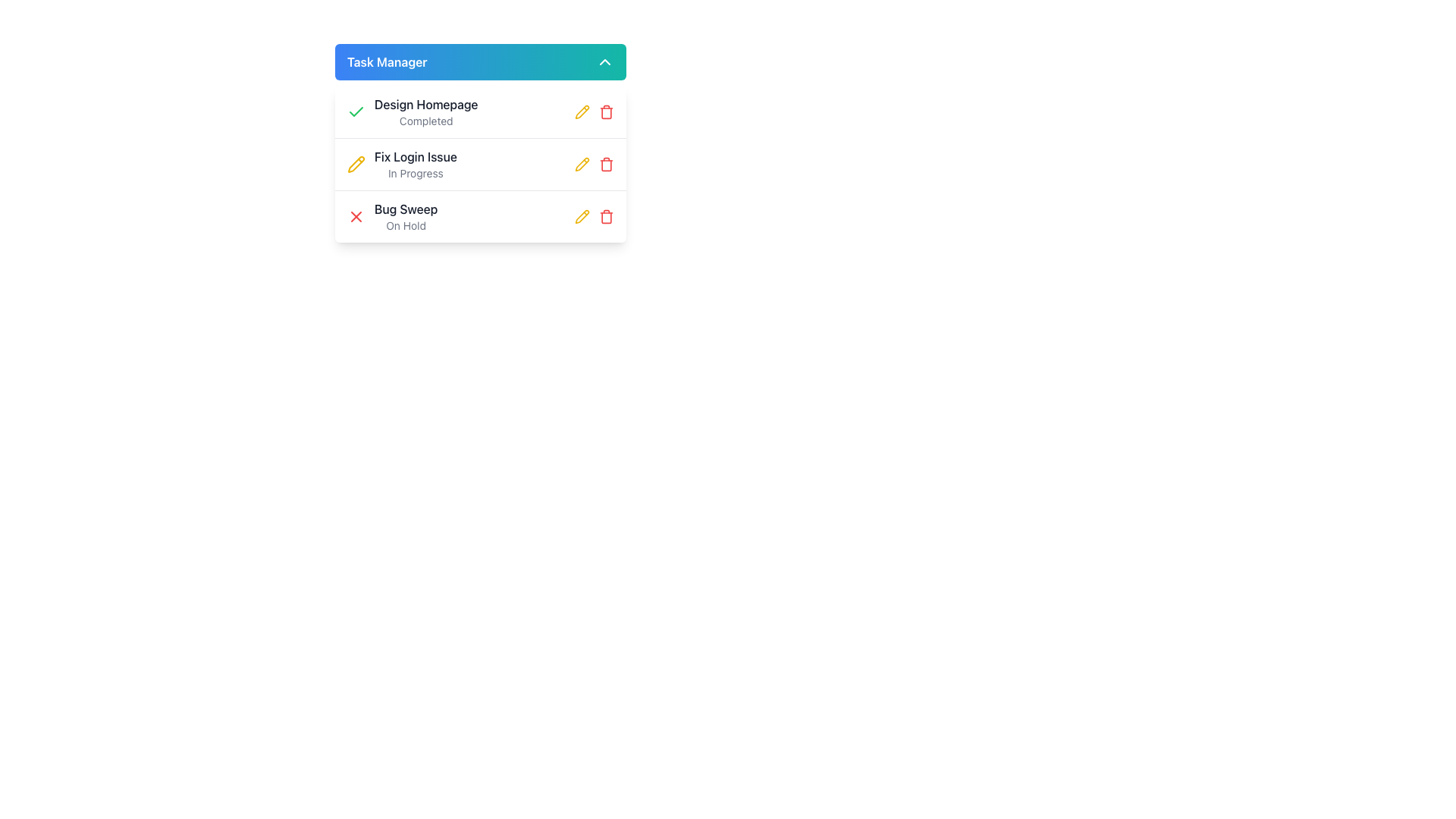 Image resolution: width=1456 pixels, height=819 pixels. What do you see at coordinates (425, 120) in the screenshot?
I see `text label reading 'Completed' which is styled in a small gray font and located directly beneath the larger text 'Design Homepage' in the task management interface` at bounding box center [425, 120].